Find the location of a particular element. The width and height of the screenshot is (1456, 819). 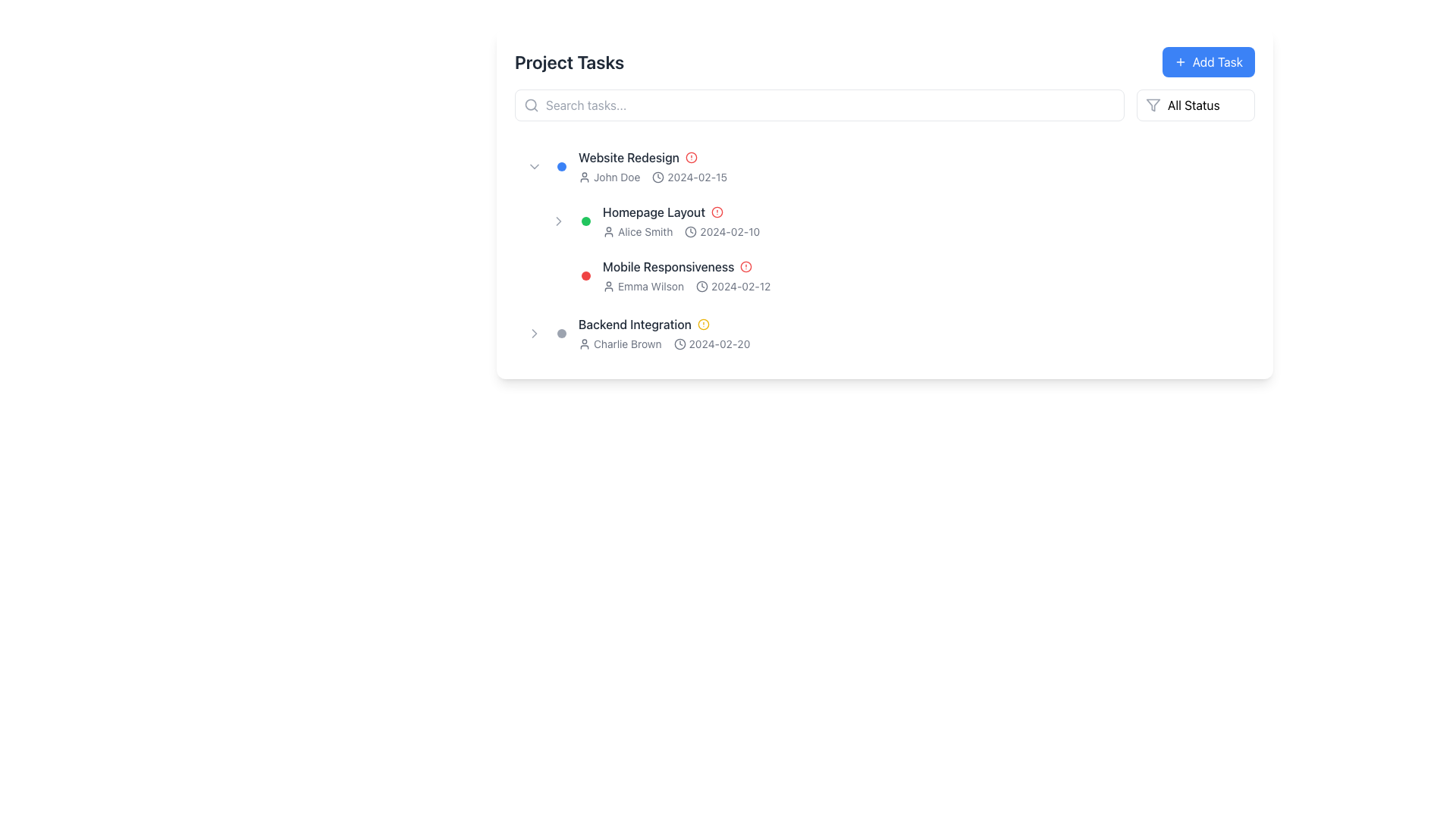

the search icon is located at coordinates (531, 104).